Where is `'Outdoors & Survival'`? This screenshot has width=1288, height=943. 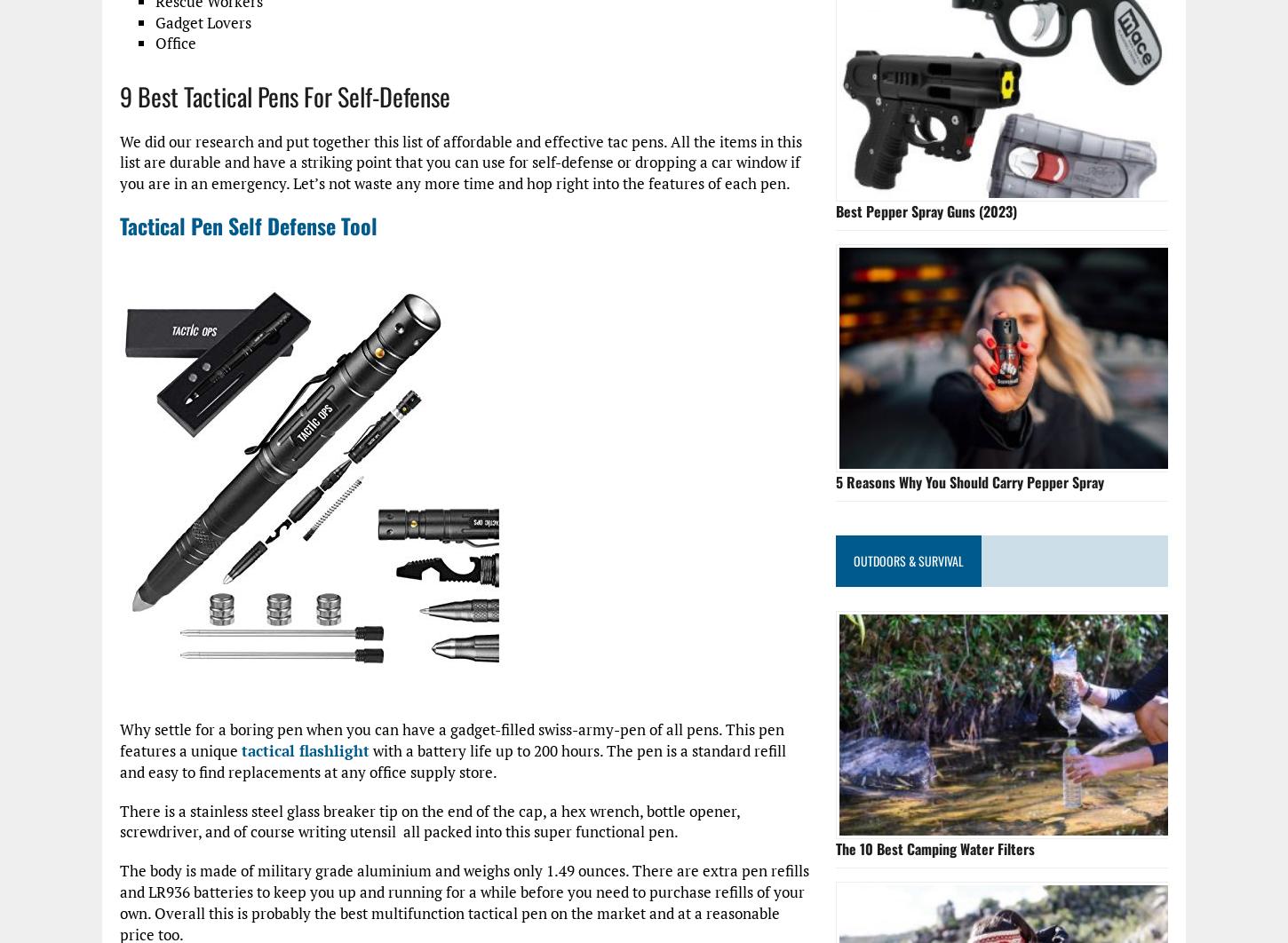 'Outdoors & Survival' is located at coordinates (908, 559).